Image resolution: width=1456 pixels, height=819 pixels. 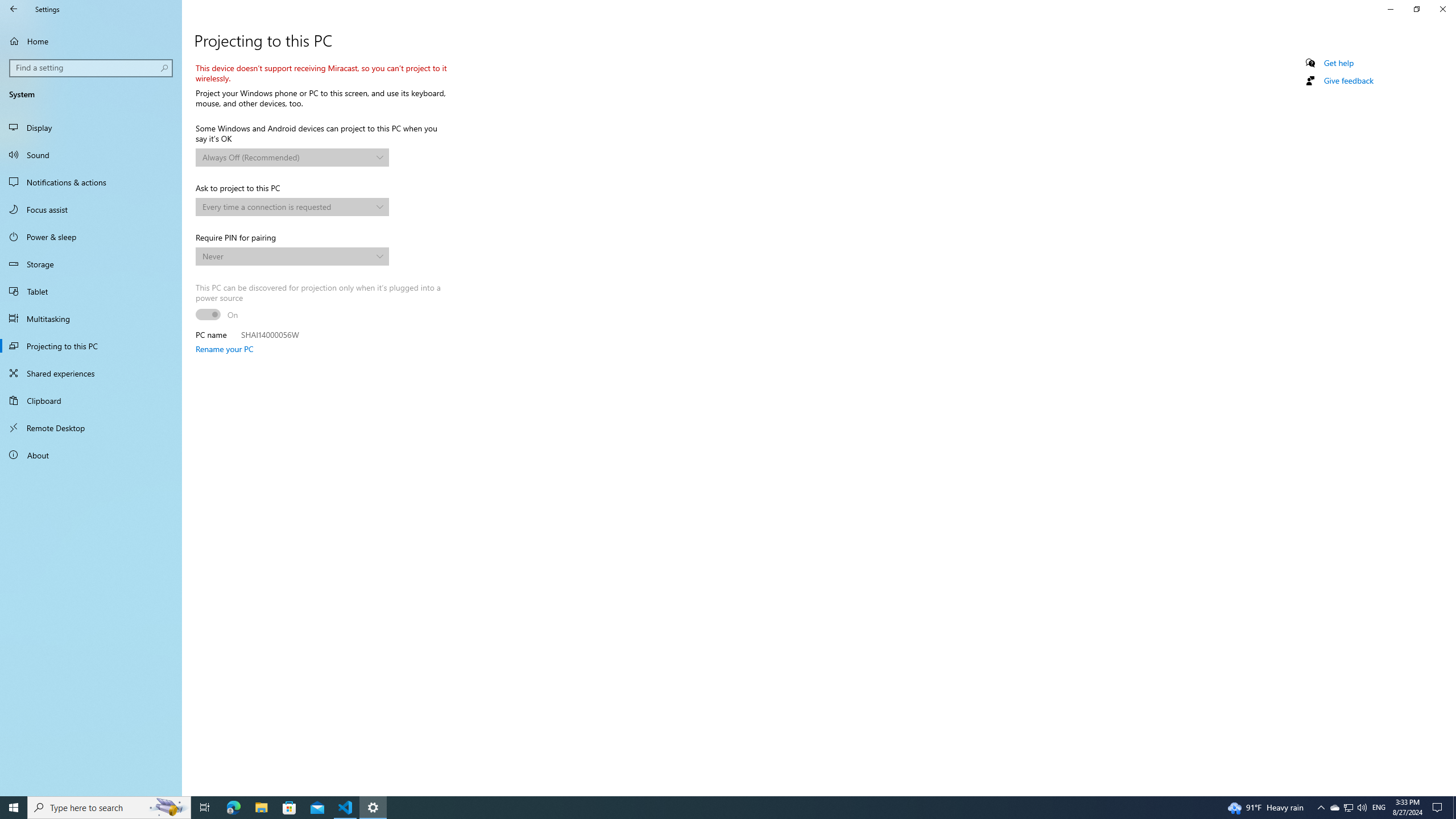 What do you see at coordinates (287, 255) in the screenshot?
I see `'Never'` at bounding box center [287, 255].